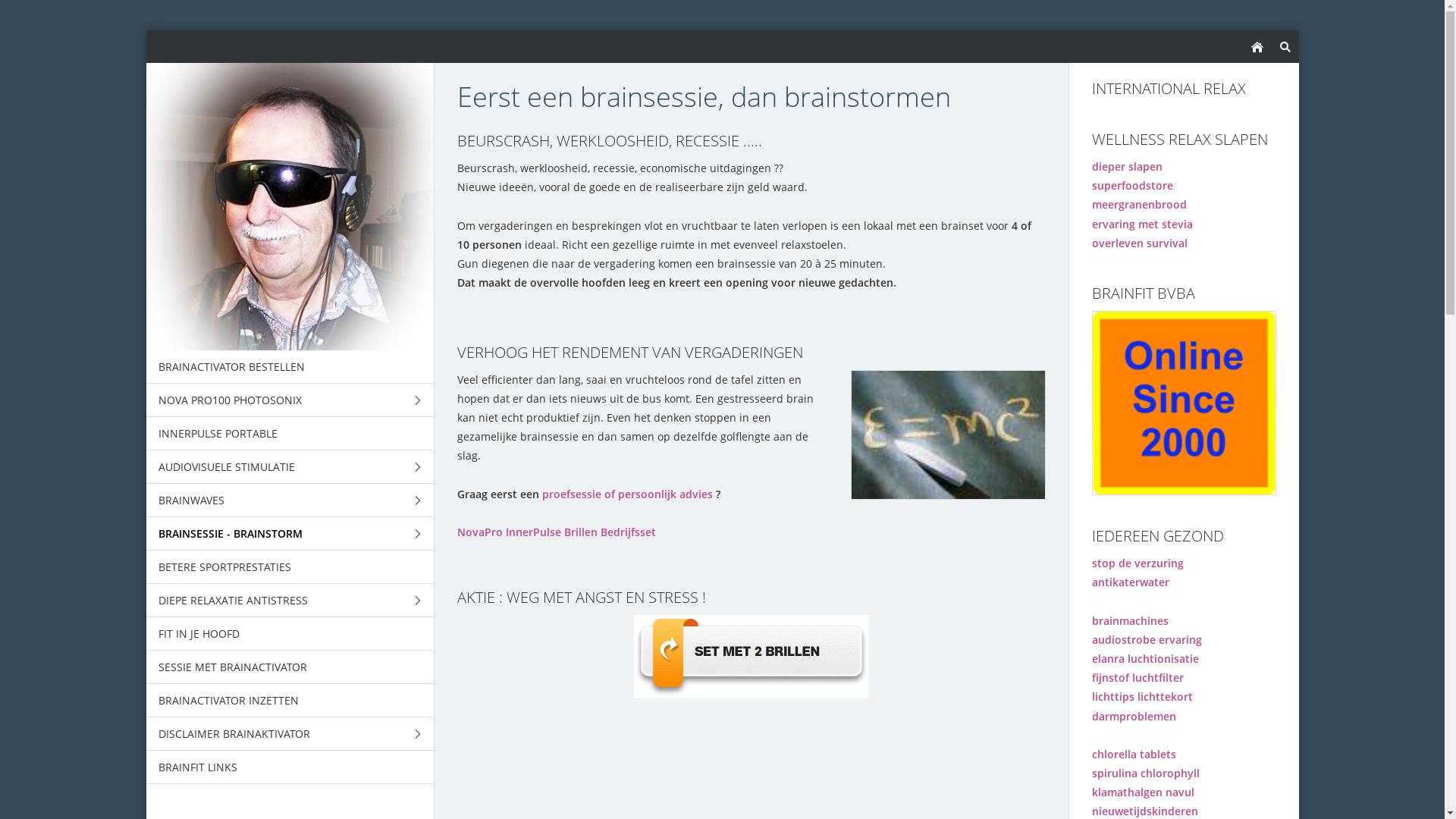 Image resolution: width=1456 pixels, height=819 pixels. I want to click on 'BRAINSESSIE - BRAINSTORM', so click(289, 533).